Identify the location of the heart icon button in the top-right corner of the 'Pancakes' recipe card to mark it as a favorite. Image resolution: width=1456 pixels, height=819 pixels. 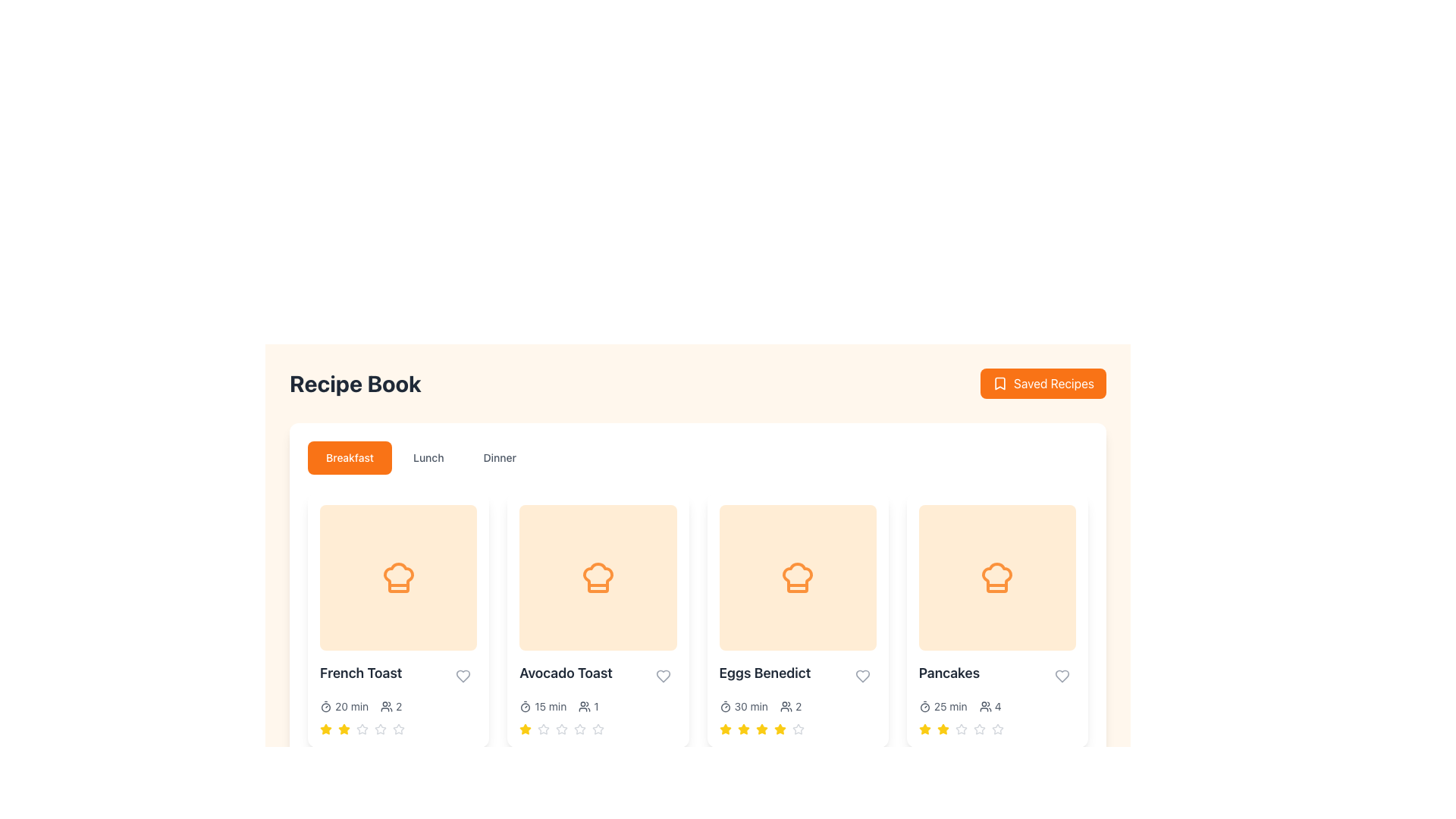
(1062, 675).